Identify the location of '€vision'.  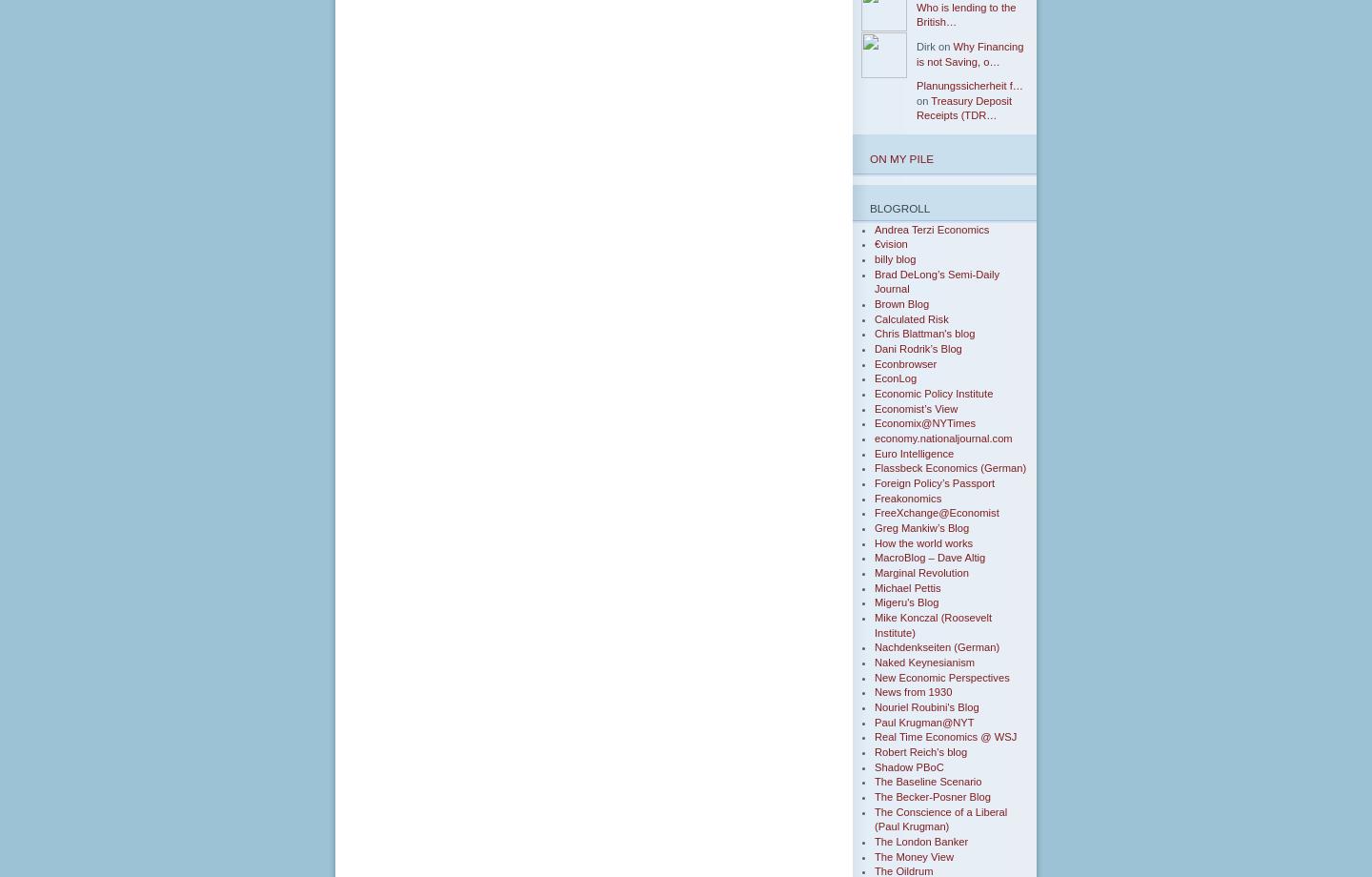
(890, 244).